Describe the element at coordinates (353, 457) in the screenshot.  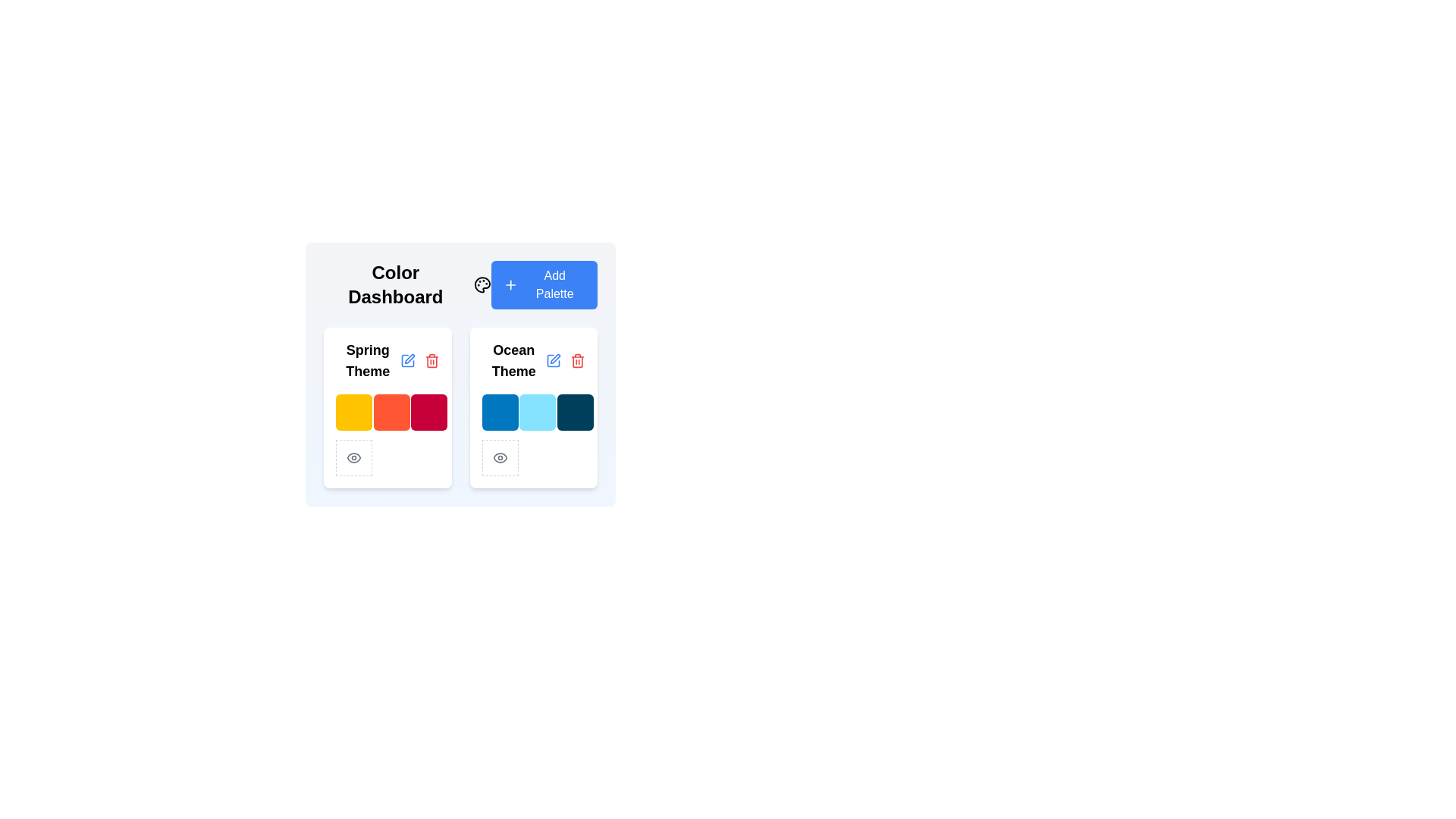
I see `the button located in the bottom-left of the grid, which is the fourth element in a three-column layout` at that location.